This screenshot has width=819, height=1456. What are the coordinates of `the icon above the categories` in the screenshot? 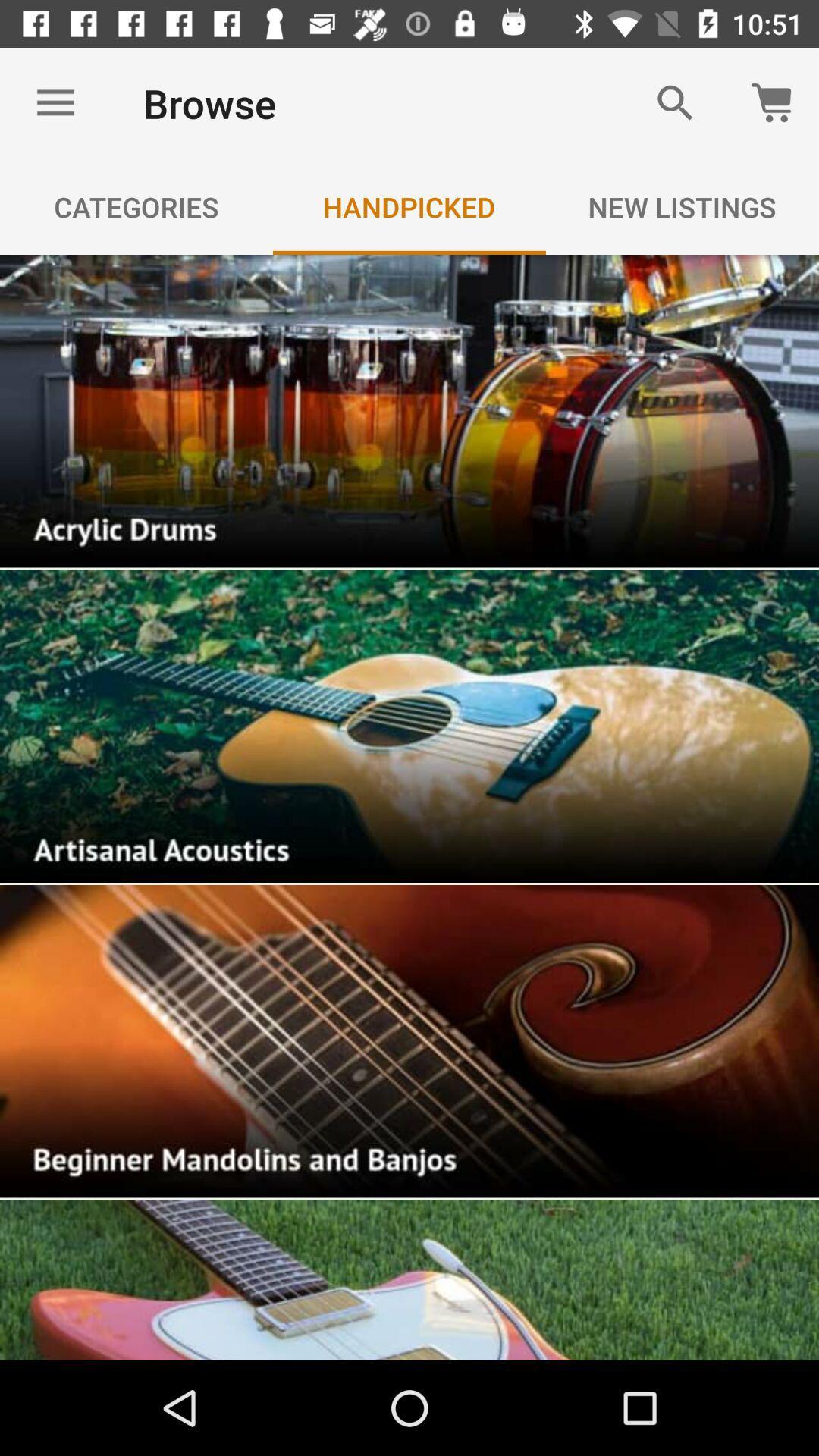 It's located at (55, 102).